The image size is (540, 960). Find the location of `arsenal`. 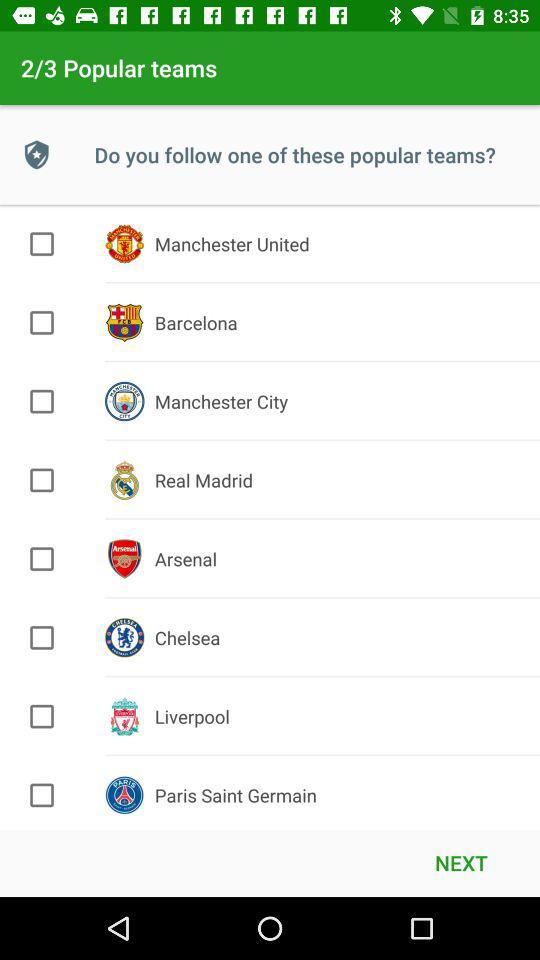

arsenal is located at coordinates (42, 559).